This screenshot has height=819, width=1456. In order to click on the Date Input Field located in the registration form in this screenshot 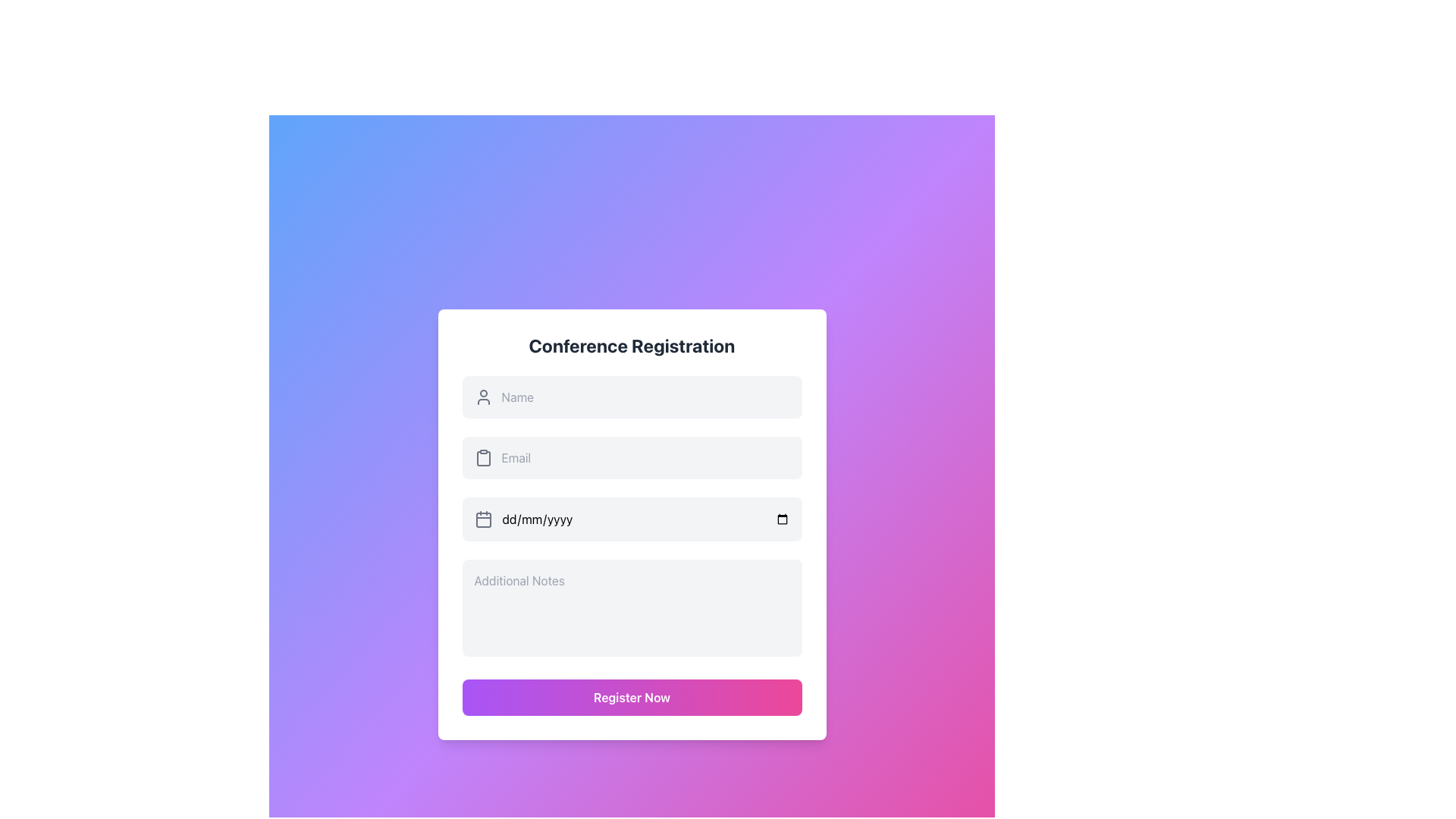, I will do `click(632, 519)`.